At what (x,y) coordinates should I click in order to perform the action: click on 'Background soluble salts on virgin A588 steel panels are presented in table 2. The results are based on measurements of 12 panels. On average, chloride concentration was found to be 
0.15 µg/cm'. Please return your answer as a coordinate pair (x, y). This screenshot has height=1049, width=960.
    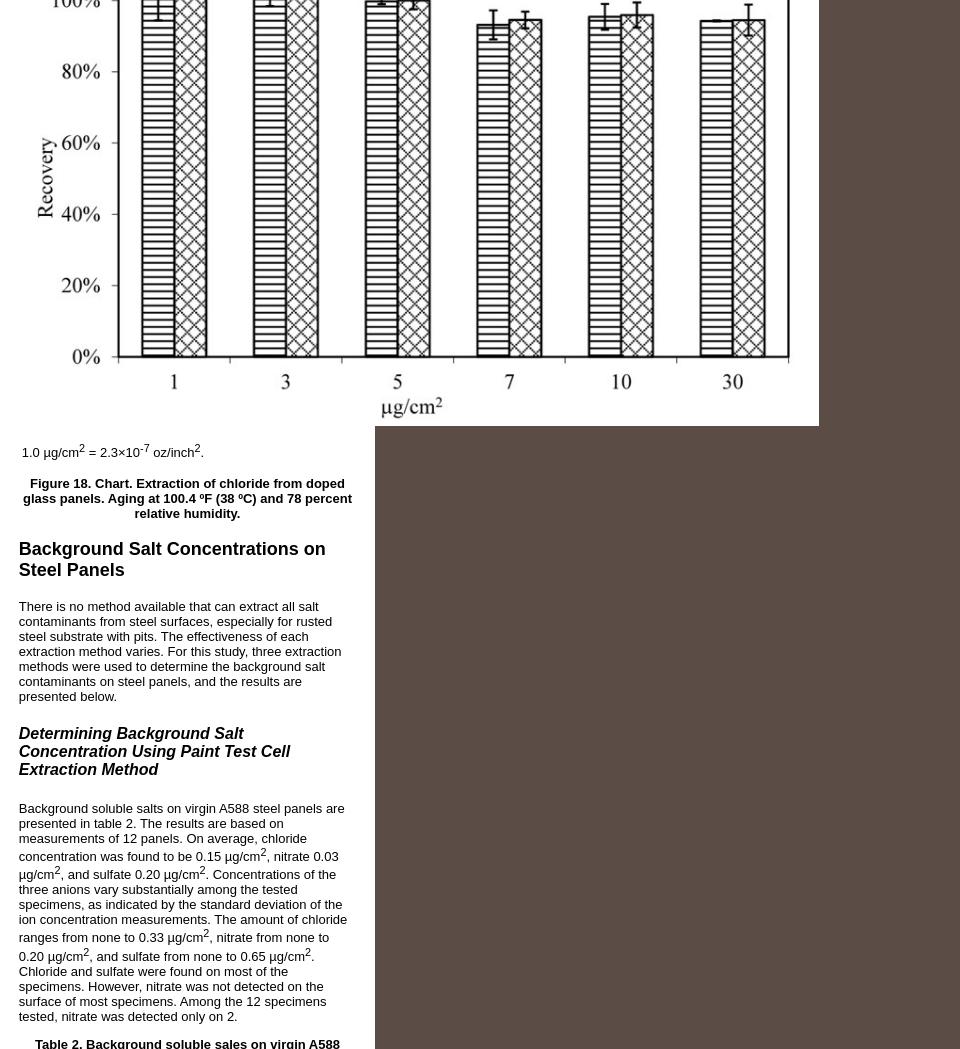
    Looking at the image, I should click on (179, 830).